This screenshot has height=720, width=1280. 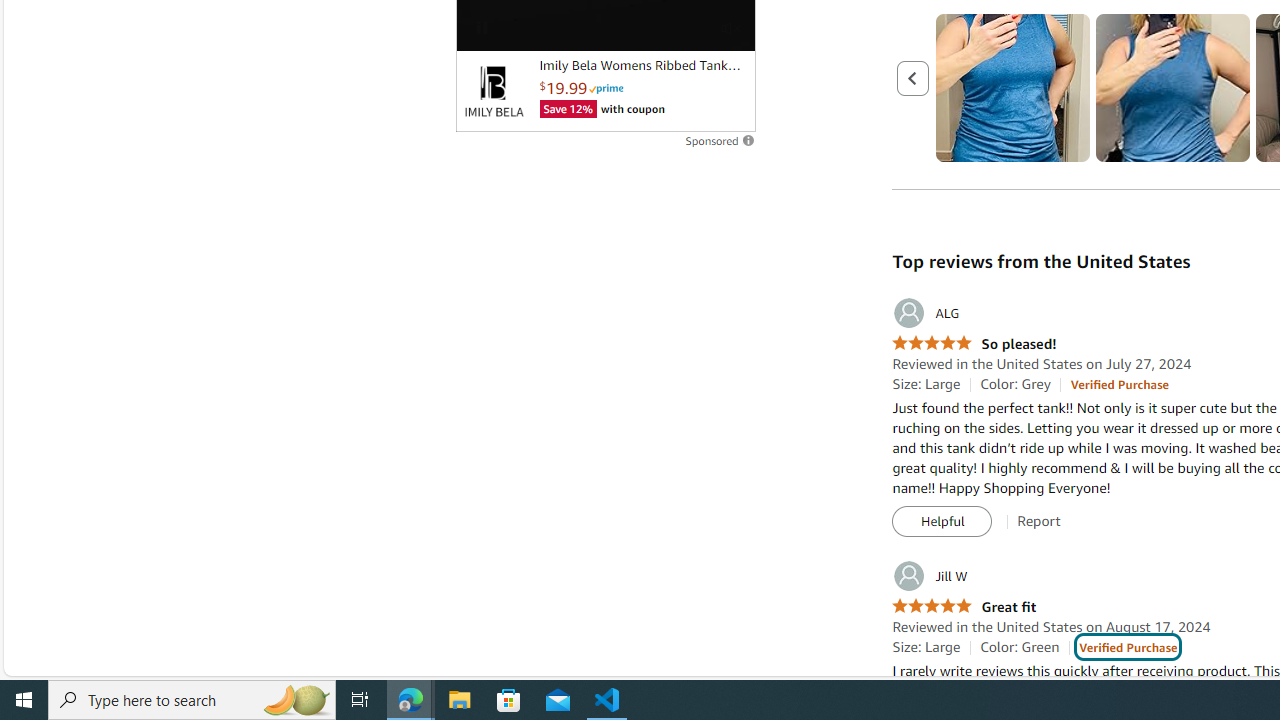 I want to click on 'ALG', so click(x=925, y=313).